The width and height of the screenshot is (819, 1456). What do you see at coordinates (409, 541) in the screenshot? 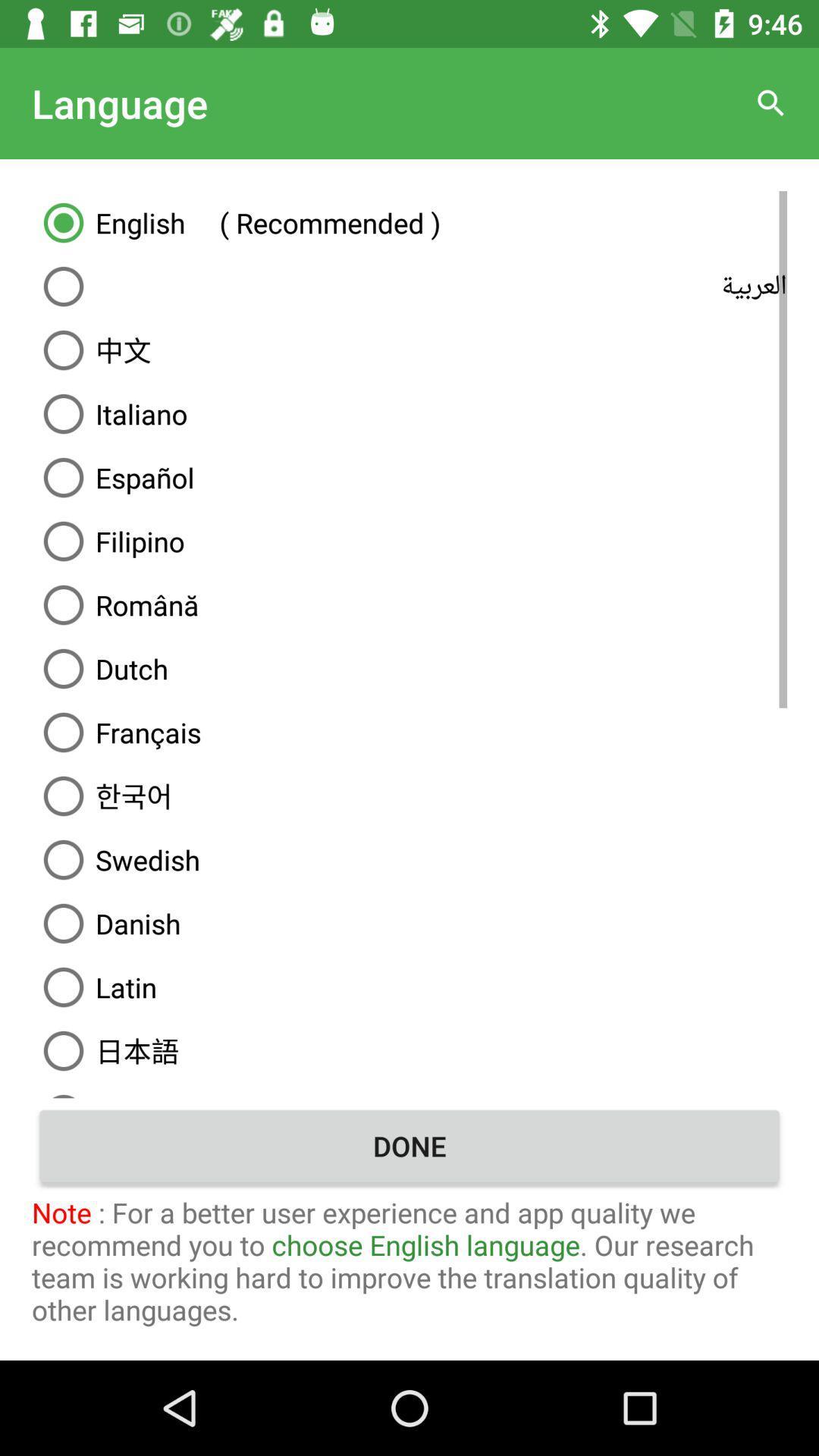
I see `filipino below espanol` at bounding box center [409, 541].